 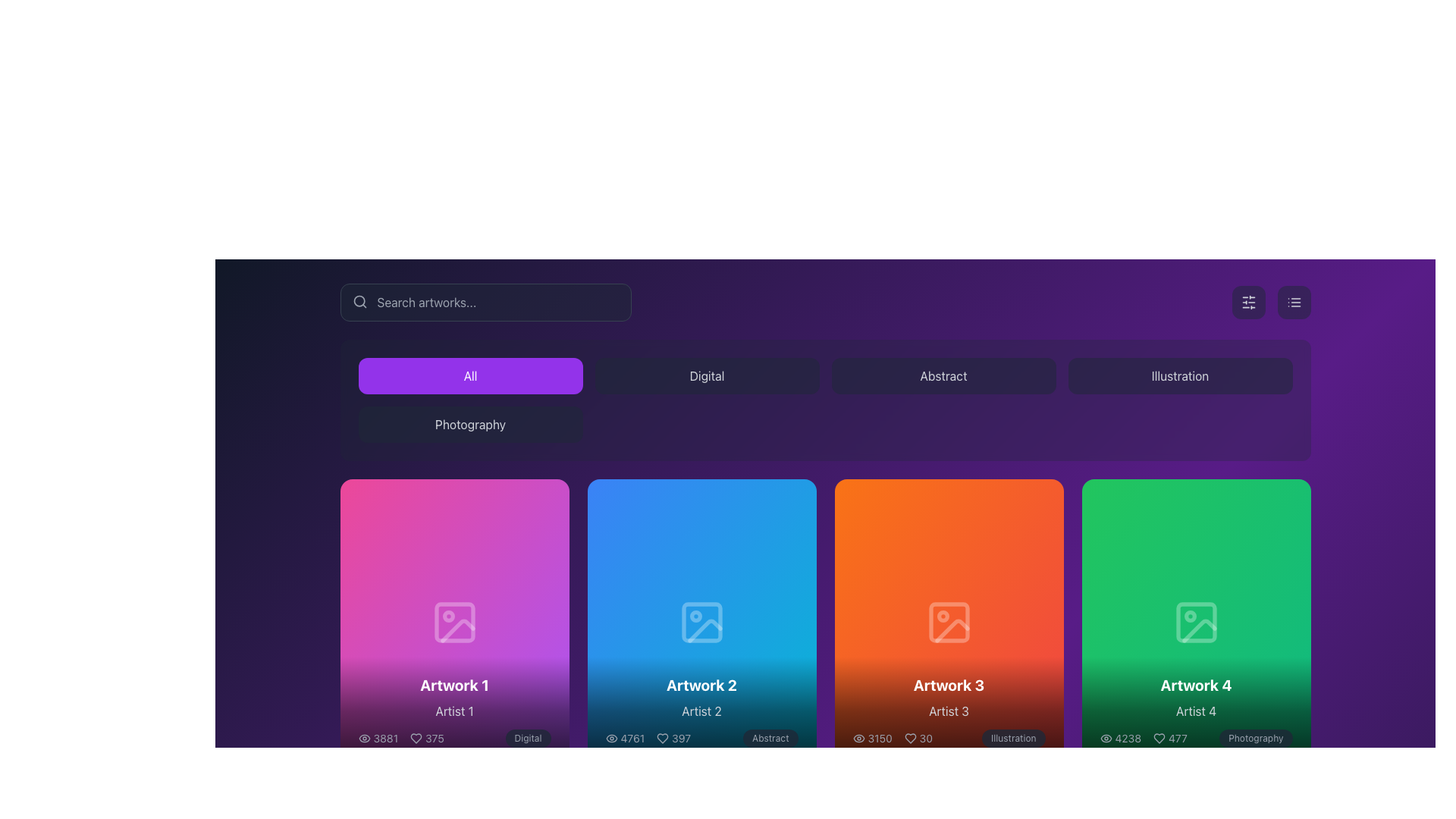 I want to click on the icon-text pair displaying view counts and likes for 'Artwork 2', positioned at the bottom of the artwork card, so click(x=648, y=737).